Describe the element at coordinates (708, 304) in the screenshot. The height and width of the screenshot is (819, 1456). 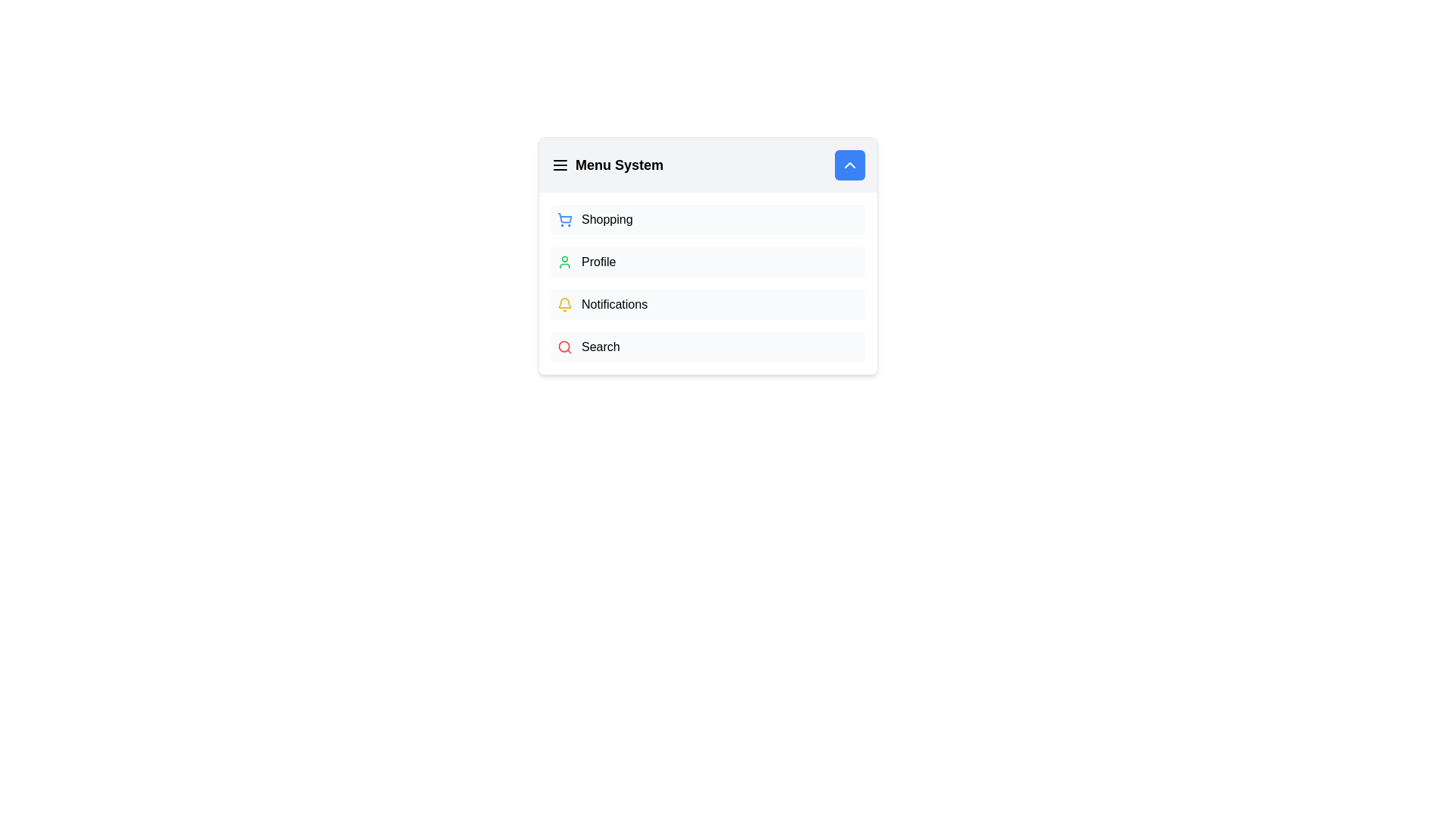
I see `the third menu item in the 'Menu System' section` at that location.